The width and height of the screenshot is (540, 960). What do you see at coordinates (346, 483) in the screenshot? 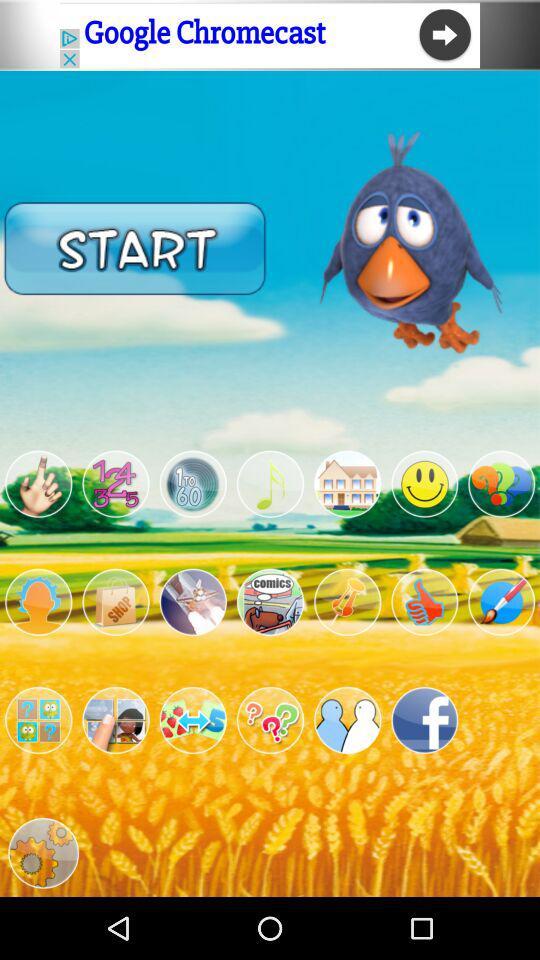
I see `advertisement` at bounding box center [346, 483].